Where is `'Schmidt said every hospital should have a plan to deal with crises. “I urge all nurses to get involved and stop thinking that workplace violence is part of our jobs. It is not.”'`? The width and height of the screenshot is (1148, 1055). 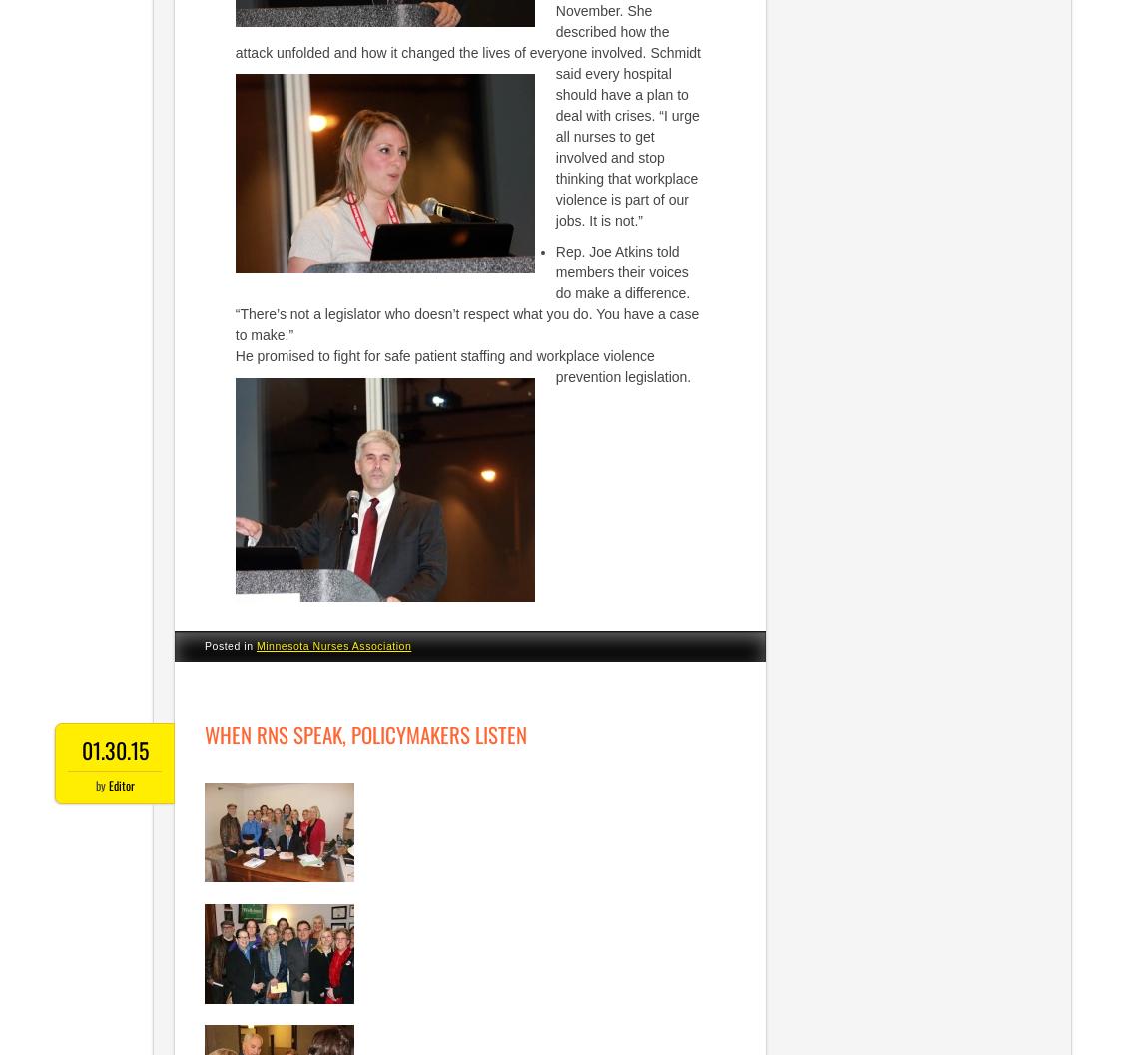
'Schmidt said every hospital should have a plan to deal with crises. “I urge all nurses to get involved and stop thinking that workplace violence is part of our jobs. It is not.”' is located at coordinates (626, 135).